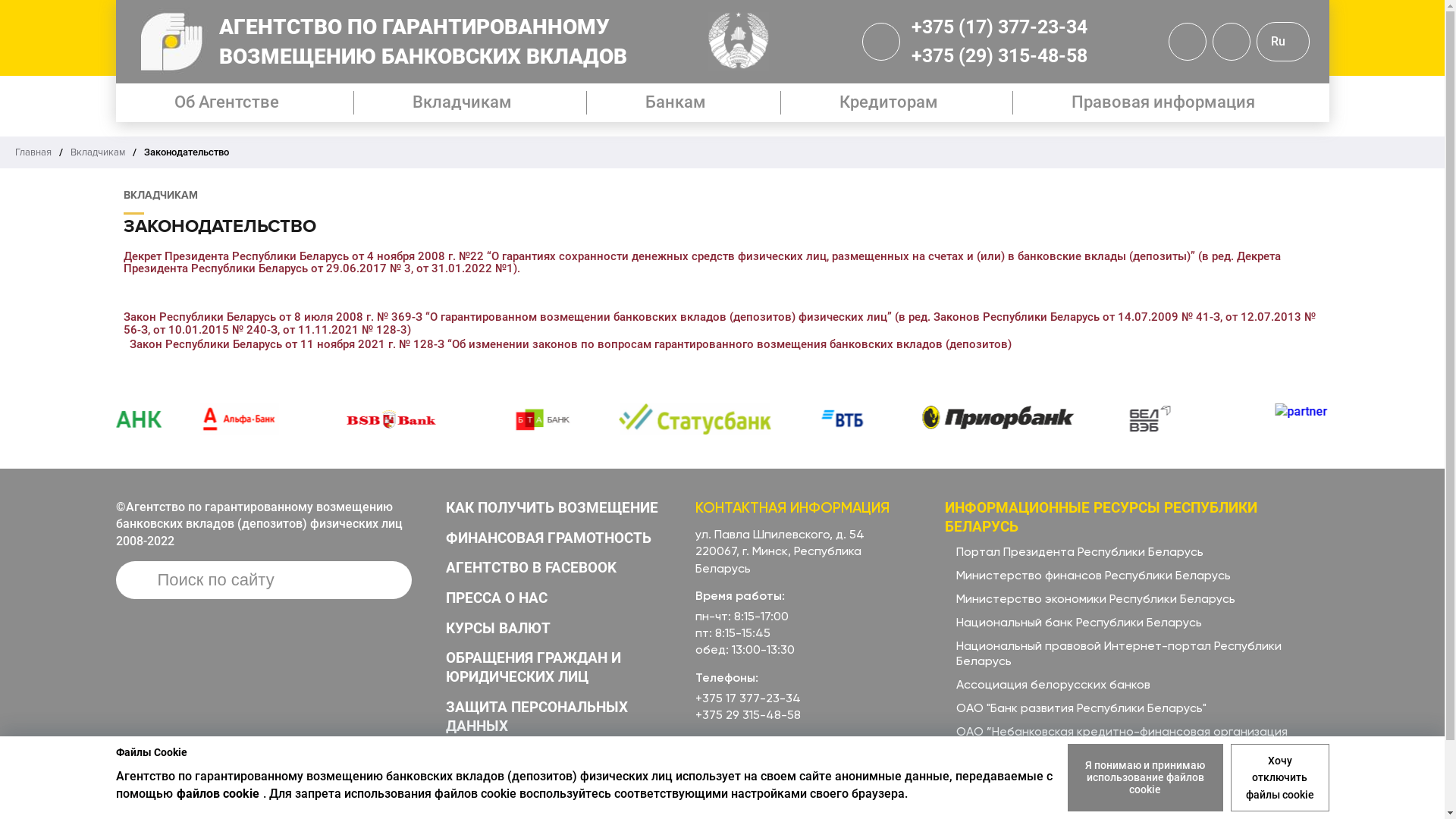 This screenshot has height=819, width=1456. What do you see at coordinates (694, 763) in the screenshot?
I see `'info@adc.by'` at bounding box center [694, 763].